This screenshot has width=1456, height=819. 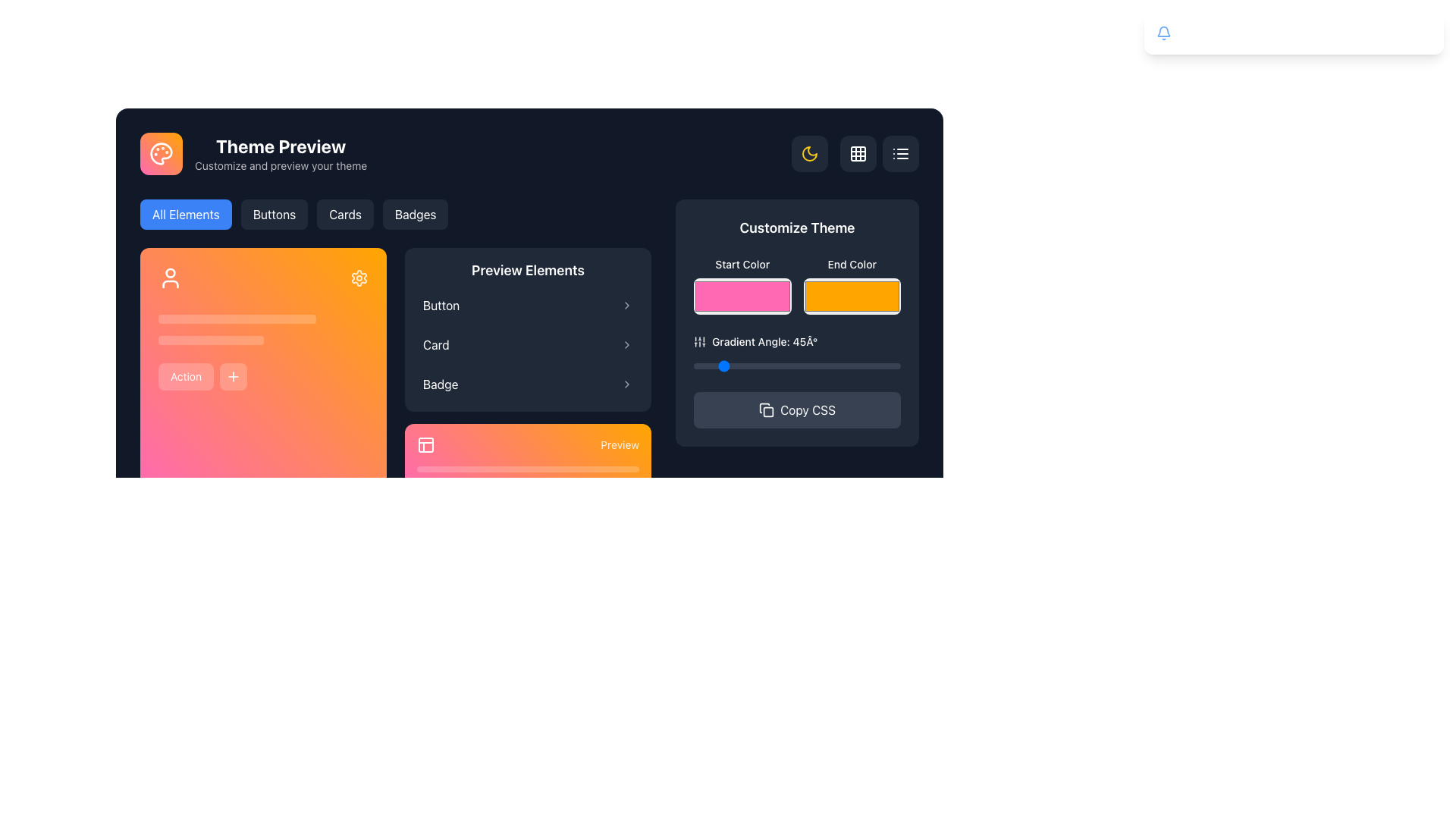 What do you see at coordinates (281, 166) in the screenshot?
I see `the label that says 'Customize and preview your theme', which is positioned below the 'Theme Preview' heading` at bounding box center [281, 166].